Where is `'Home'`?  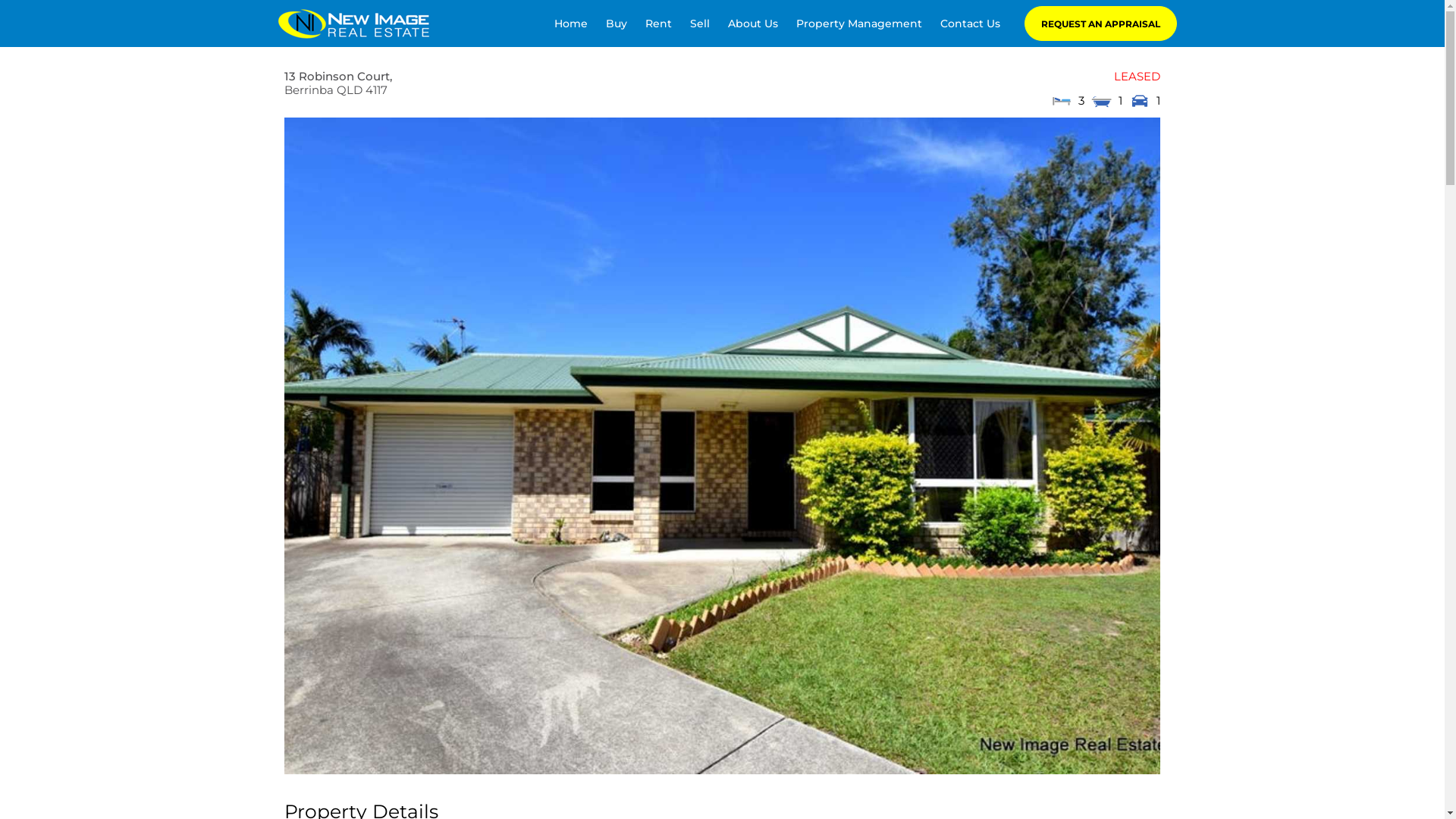 'Home' is located at coordinates (570, 23).